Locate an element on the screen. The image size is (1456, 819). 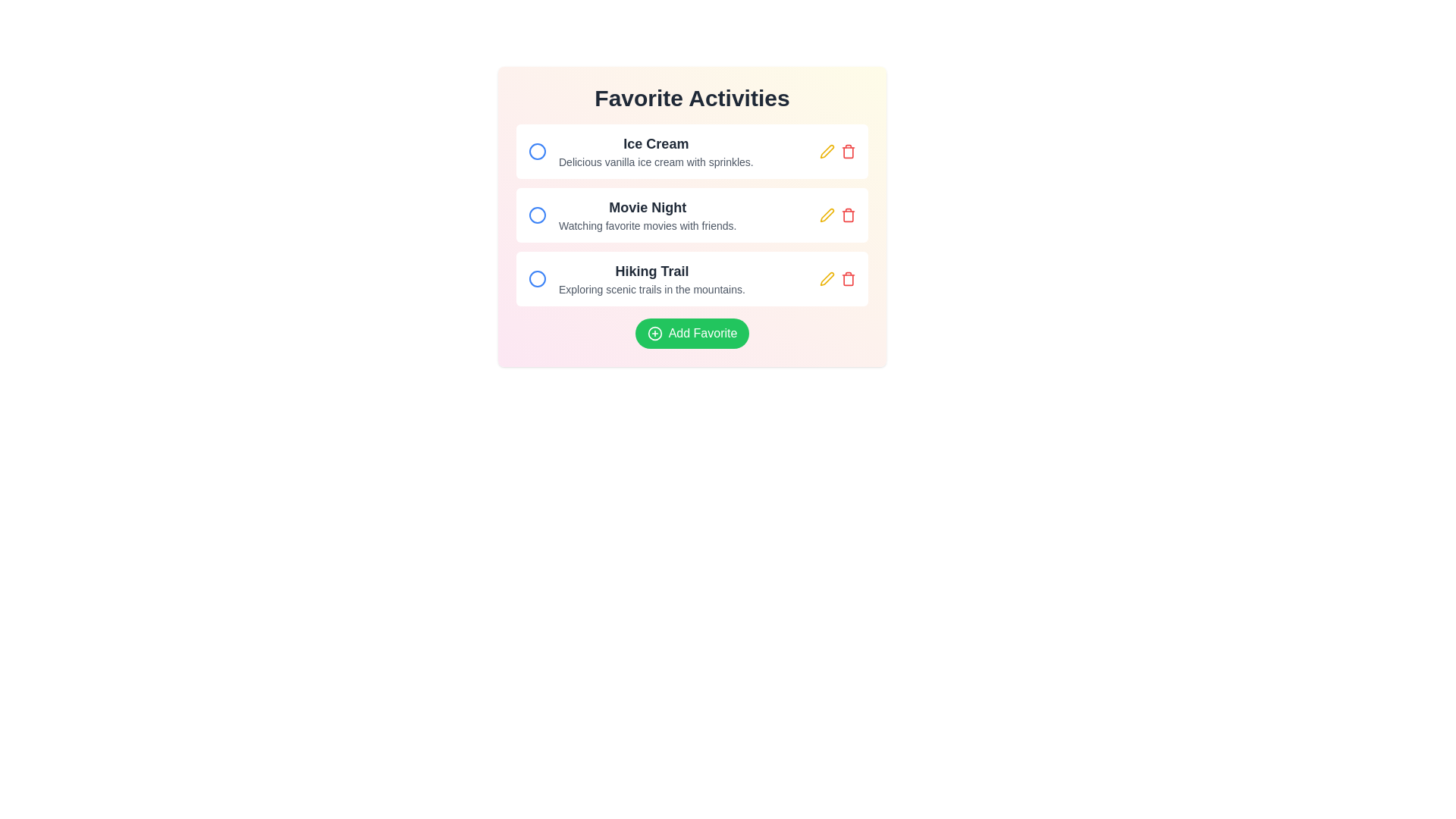
the descriptive Text label for the 'Hiking Trail' activity, which is positioned below the 'Hiking Trail' title and above other activity items like 'Ice Cream' and 'Movie Night' is located at coordinates (651, 289).